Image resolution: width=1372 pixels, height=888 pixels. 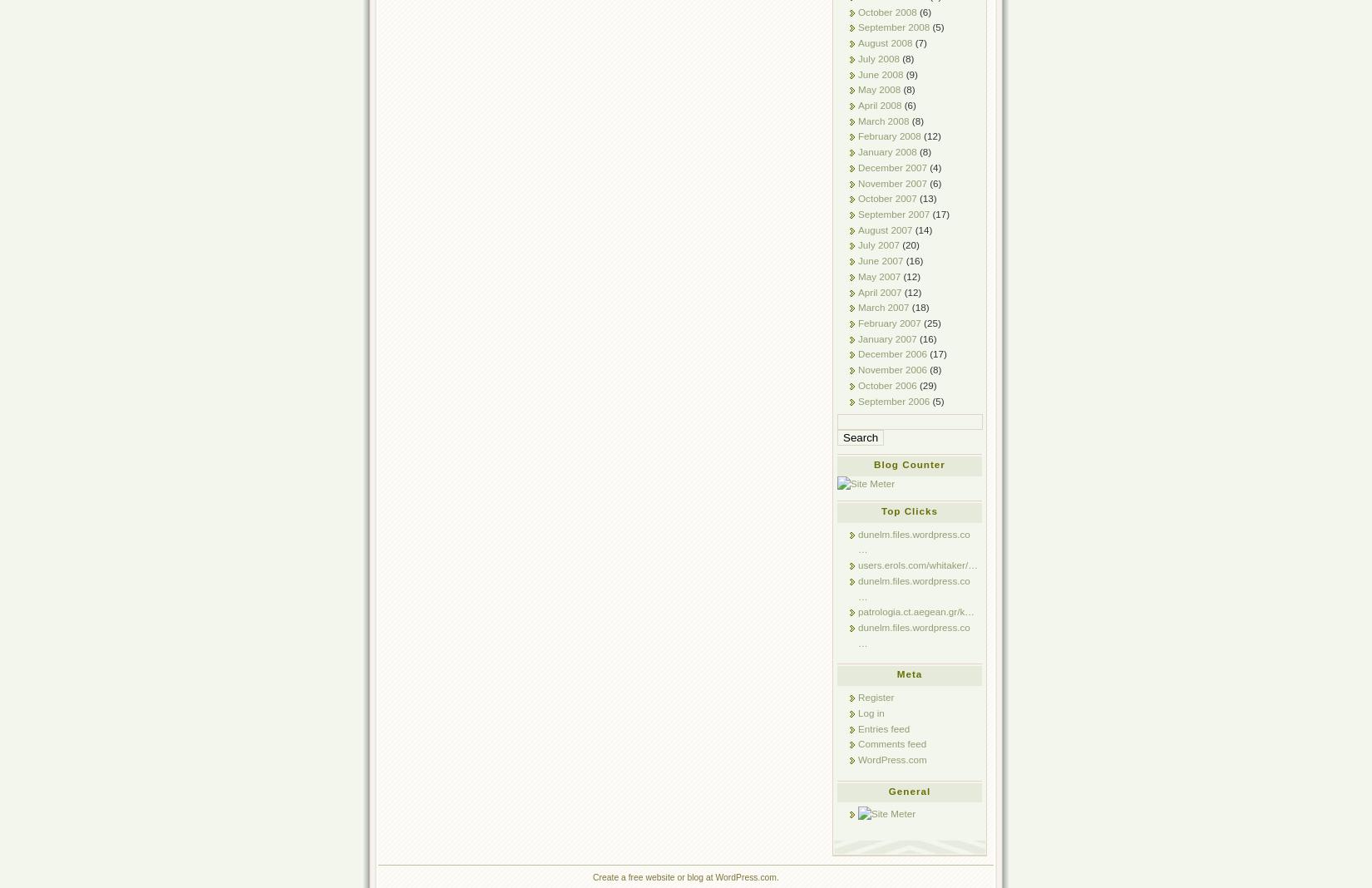 I want to click on 'October 2007', so click(x=887, y=198).